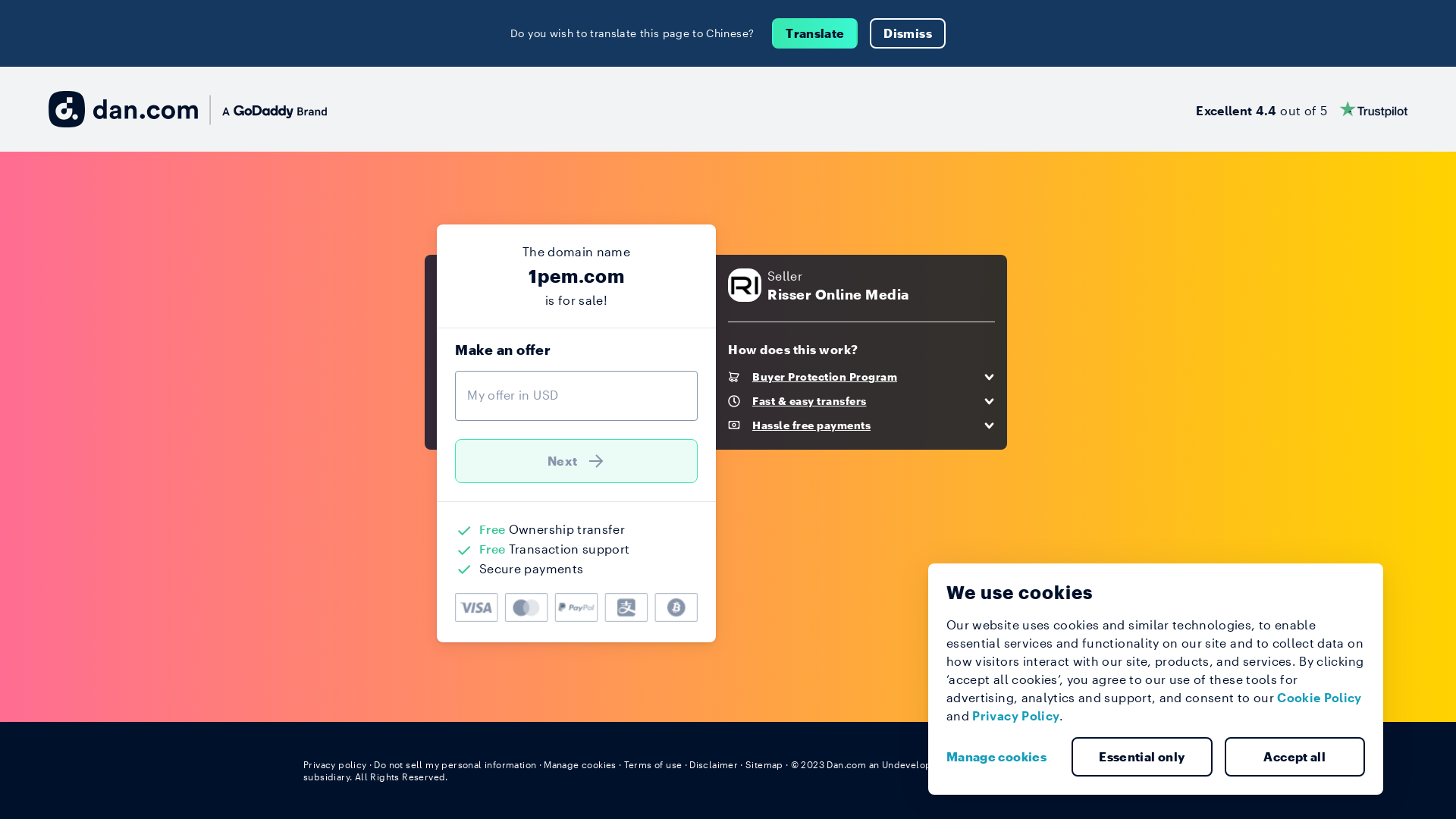  Describe the element at coordinates (688, 764) in the screenshot. I see `'Disclaimer'` at that location.